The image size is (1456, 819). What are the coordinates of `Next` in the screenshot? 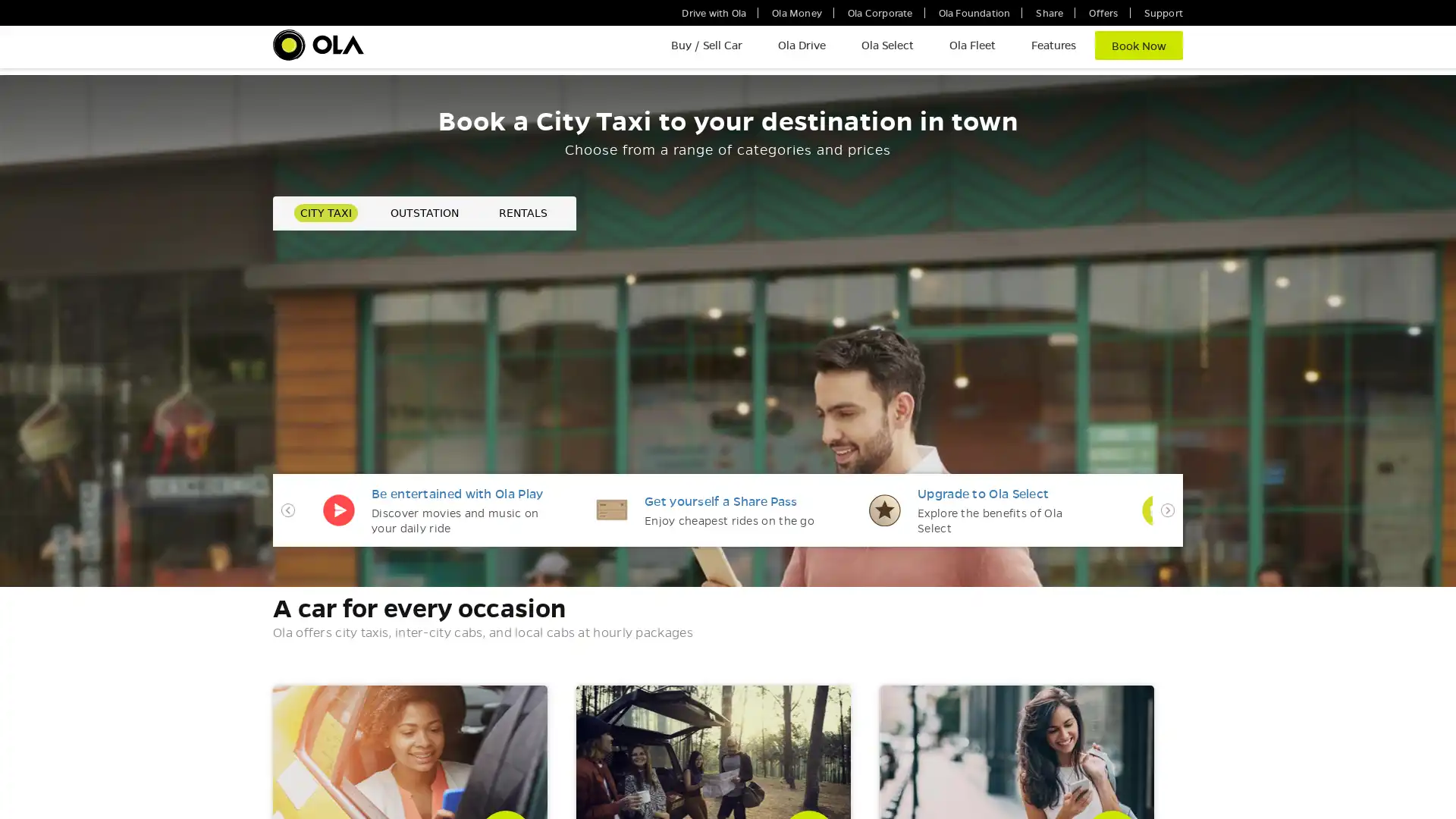 It's located at (1167, 586).